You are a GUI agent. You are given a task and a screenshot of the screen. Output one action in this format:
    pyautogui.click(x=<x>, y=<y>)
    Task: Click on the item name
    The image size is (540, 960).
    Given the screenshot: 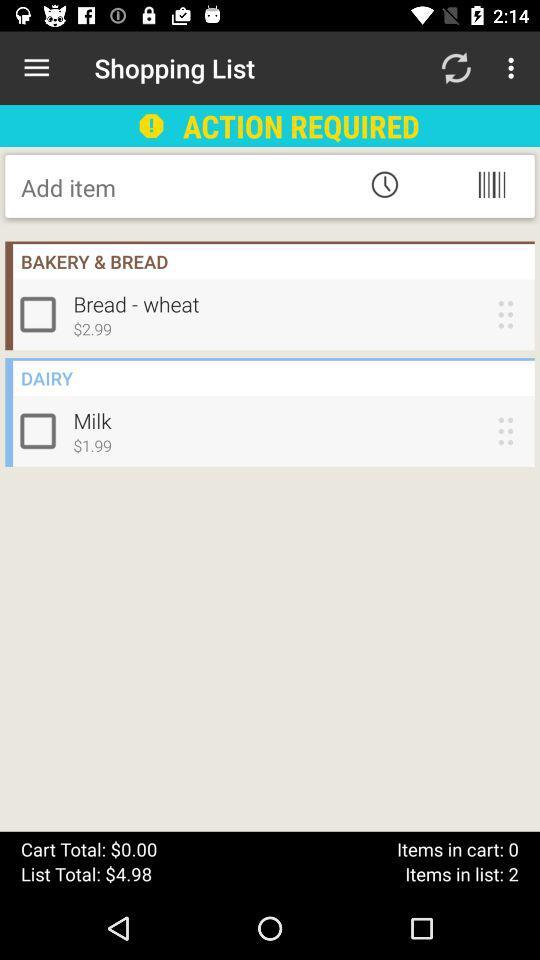 What is the action you would take?
    pyautogui.click(x=181, y=187)
    